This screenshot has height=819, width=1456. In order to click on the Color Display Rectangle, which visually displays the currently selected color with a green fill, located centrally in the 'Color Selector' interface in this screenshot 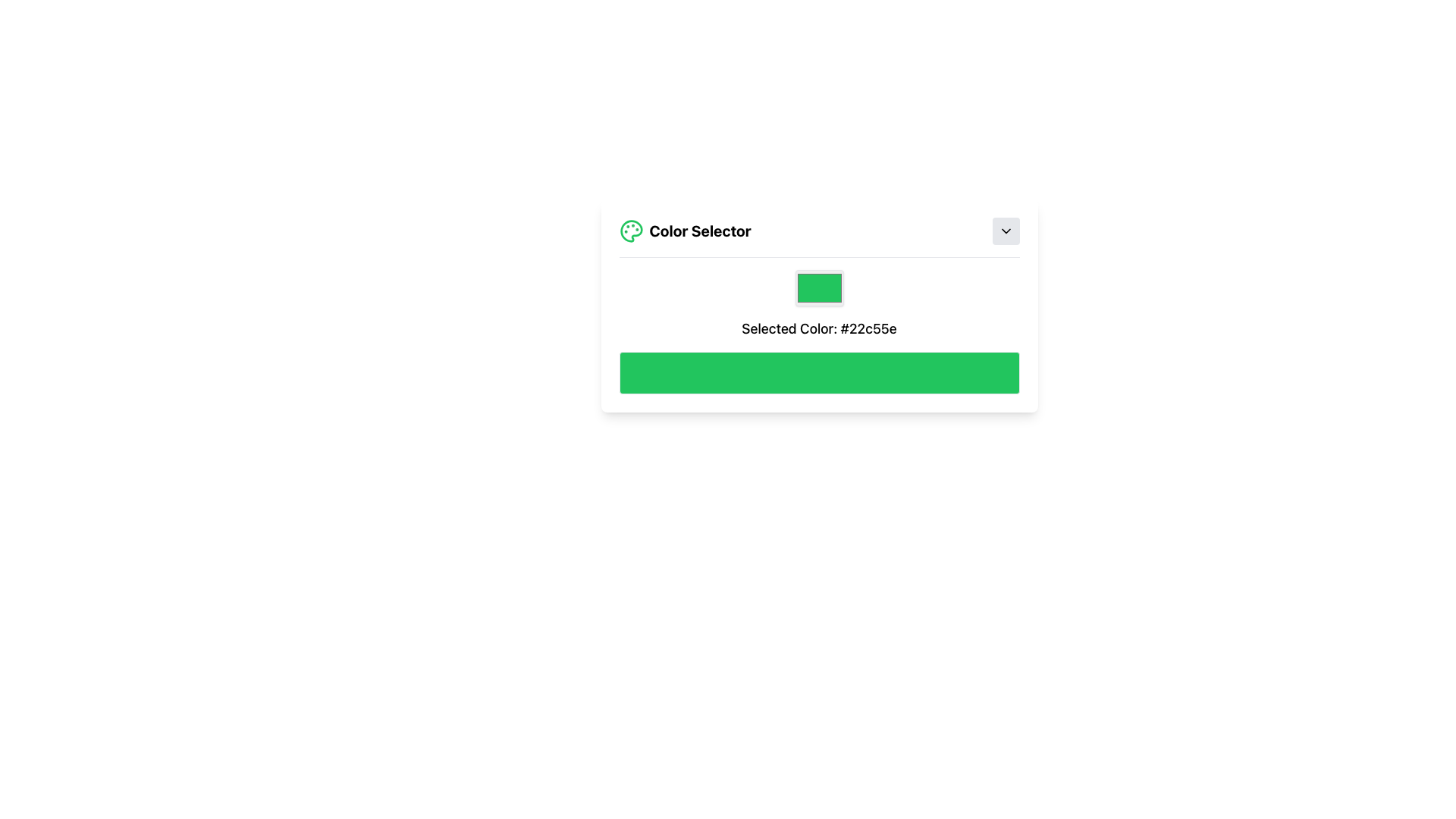, I will do `click(818, 306)`.